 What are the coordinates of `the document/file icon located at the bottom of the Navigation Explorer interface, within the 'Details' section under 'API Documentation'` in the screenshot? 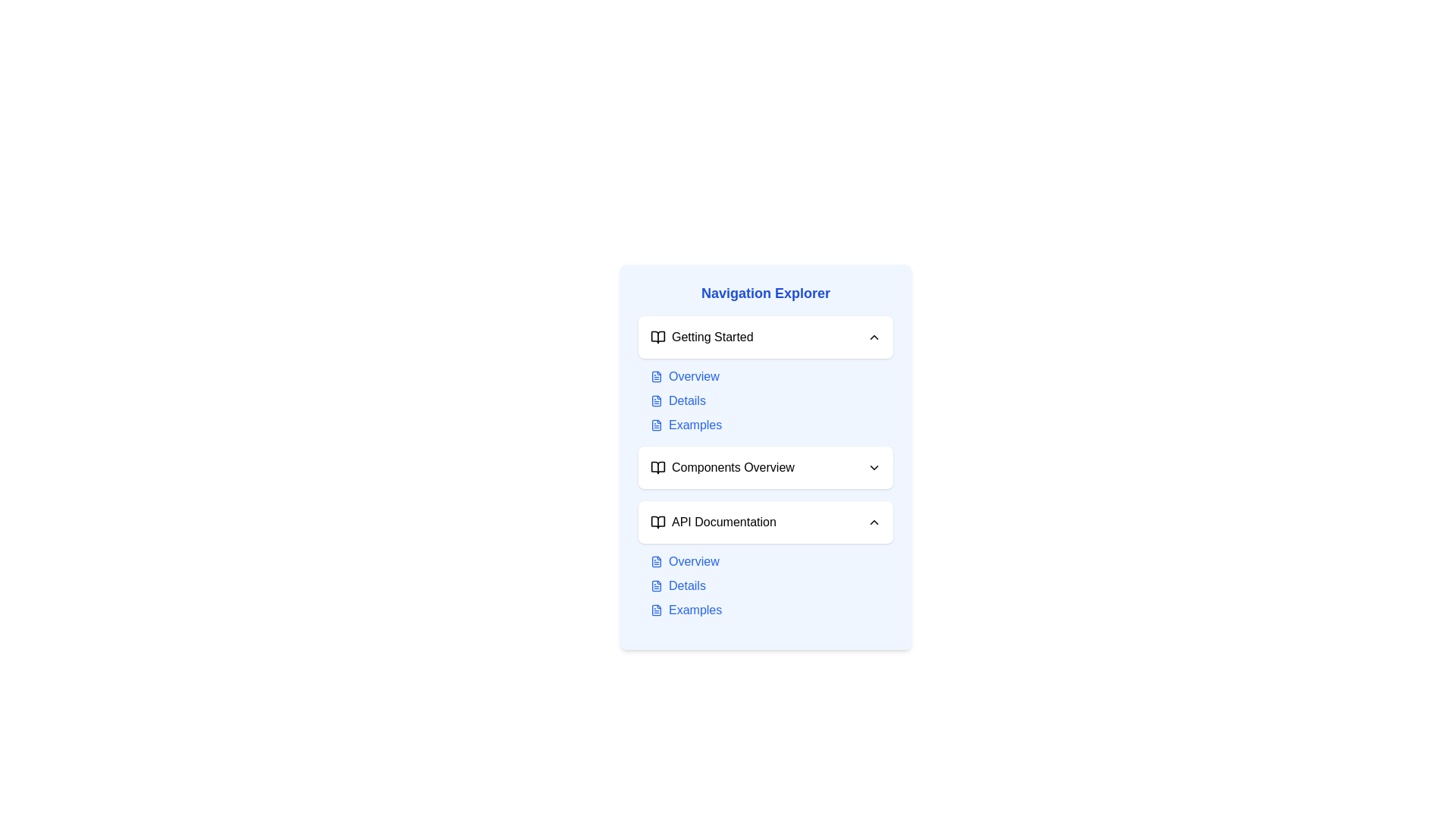 It's located at (656, 585).